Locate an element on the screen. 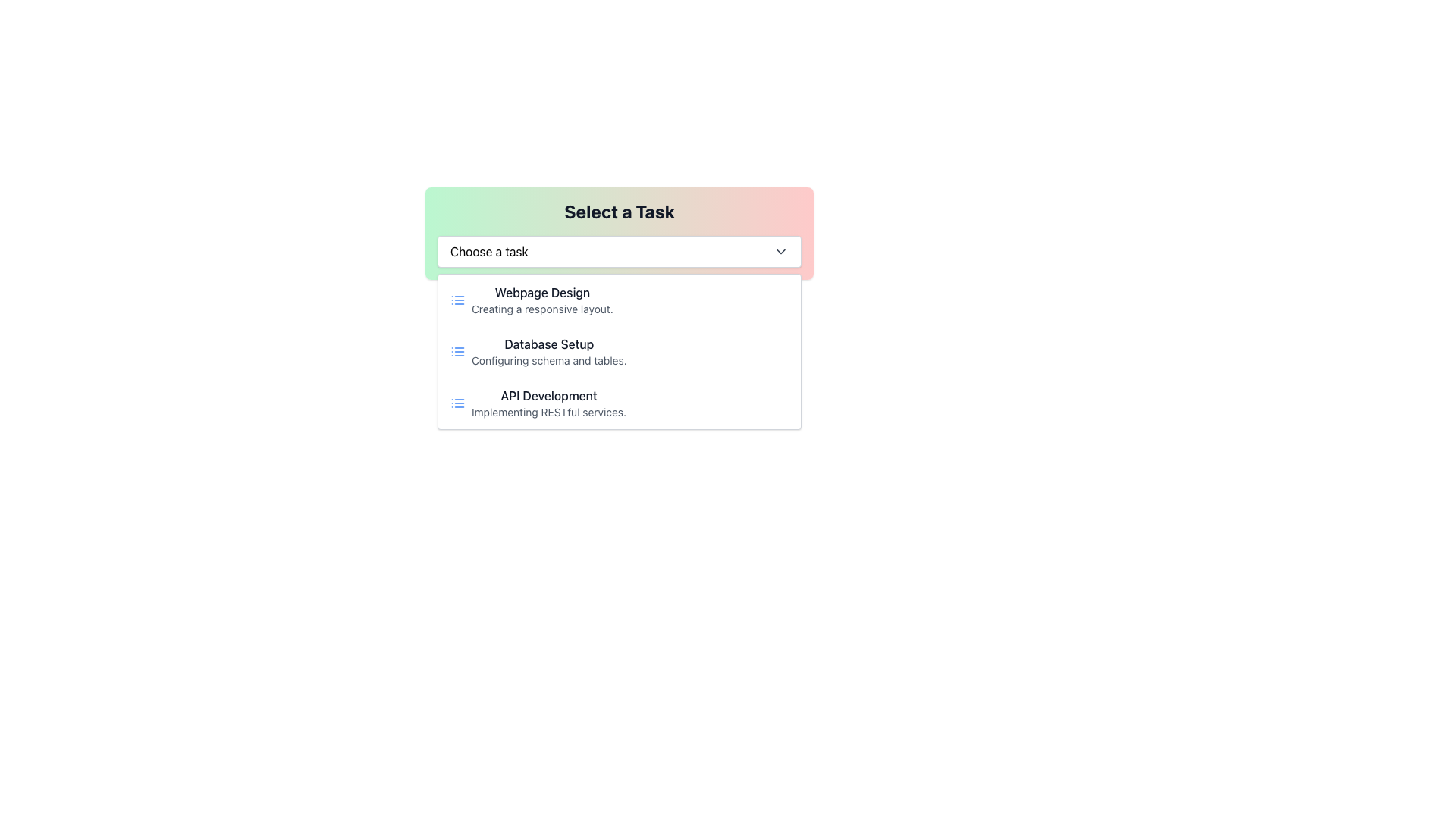 The image size is (1456, 819). the 'API Development' option in the dropdown menu is located at coordinates (619, 403).